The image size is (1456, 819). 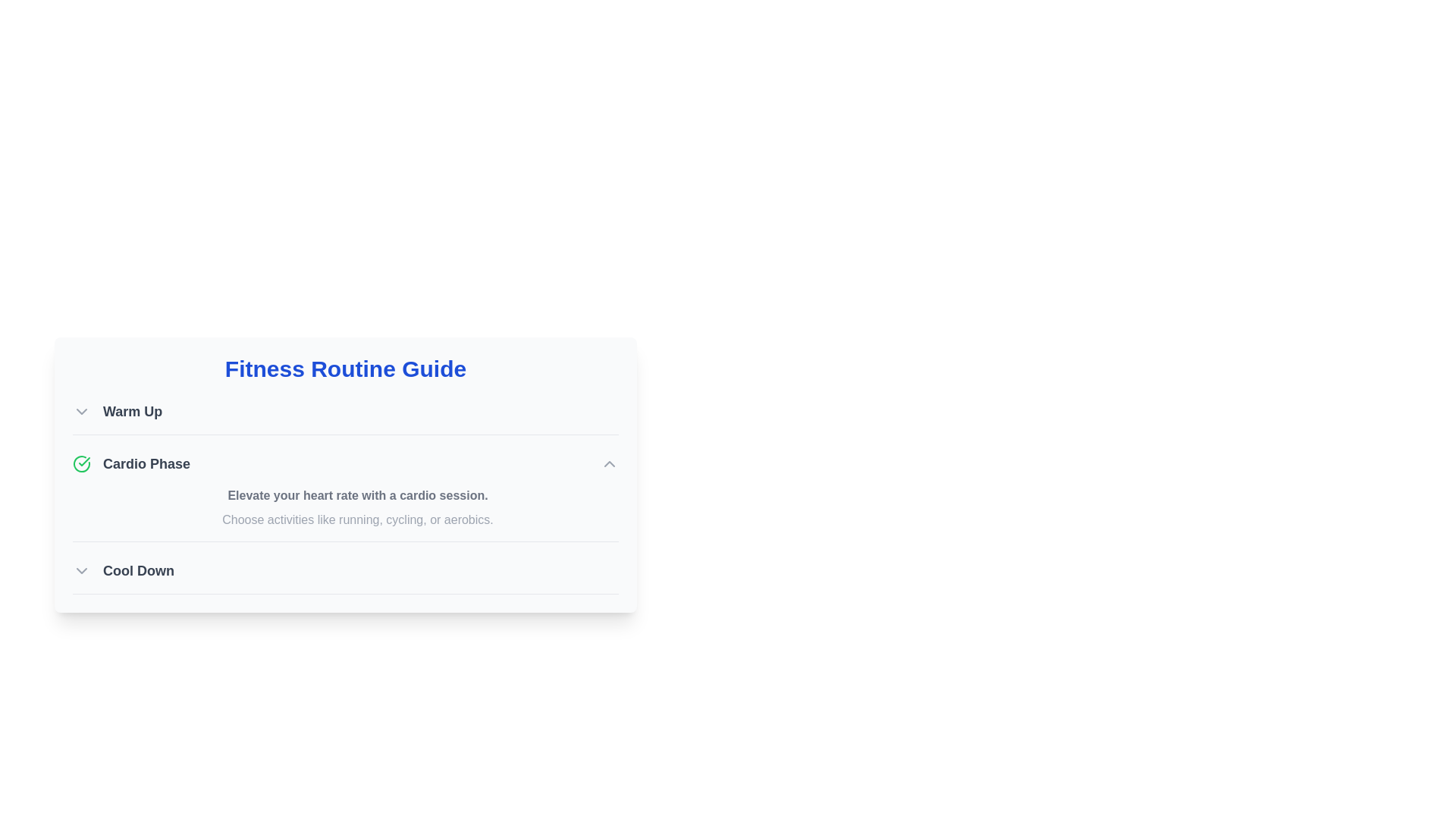 I want to click on the text block element containing the lines 'Elevate your heart rate with a cardio session.' and 'Choose activities like running, cycling, or aerobics.' positioned below the 'Cardio Phase' title, so click(x=356, y=508).